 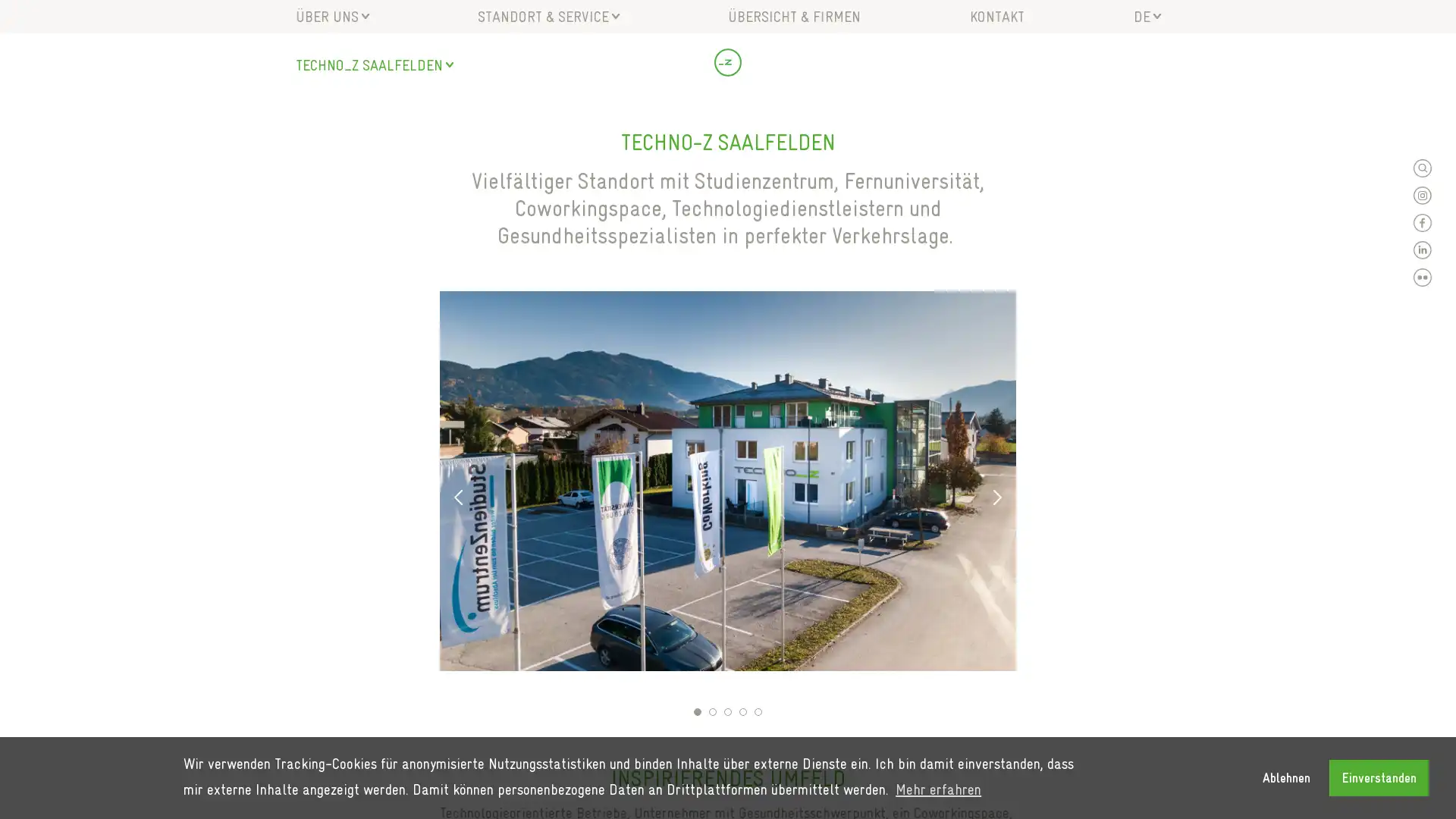 I want to click on Next, so click(x=997, y=497).